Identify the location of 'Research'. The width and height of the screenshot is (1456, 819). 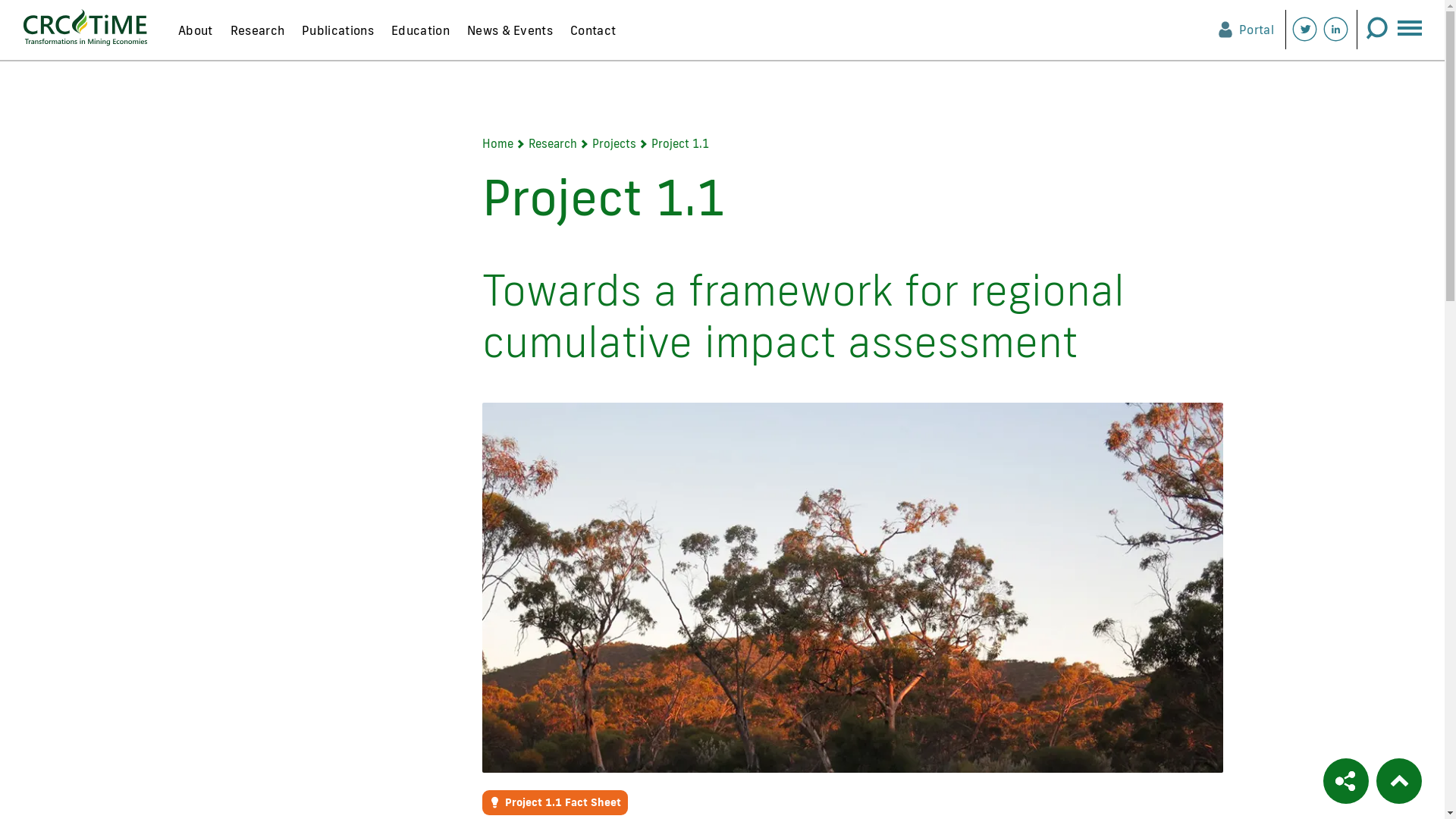
(528, 143).